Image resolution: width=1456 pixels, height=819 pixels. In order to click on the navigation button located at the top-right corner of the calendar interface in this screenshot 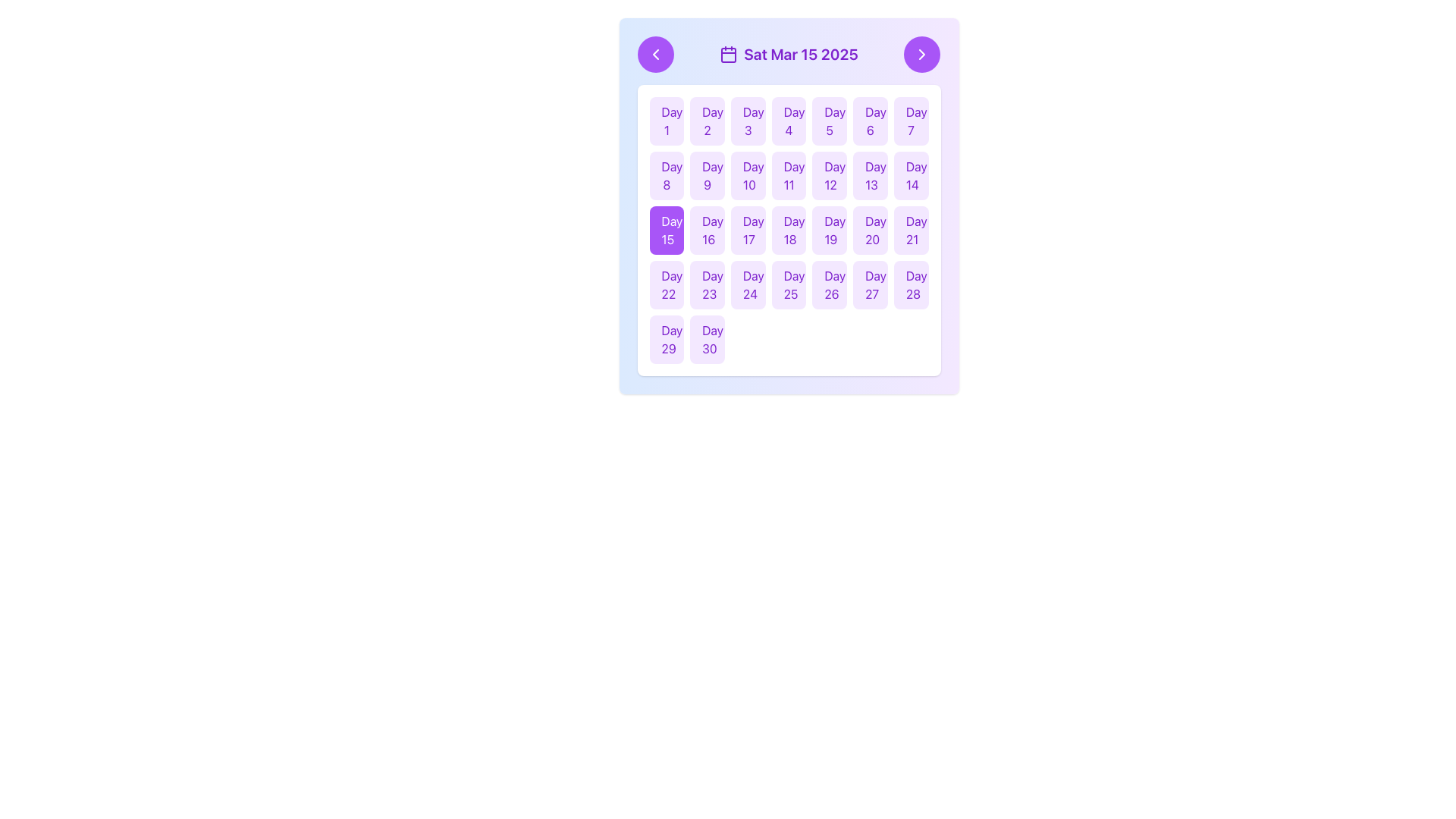, I will do `click(921, 54)`.